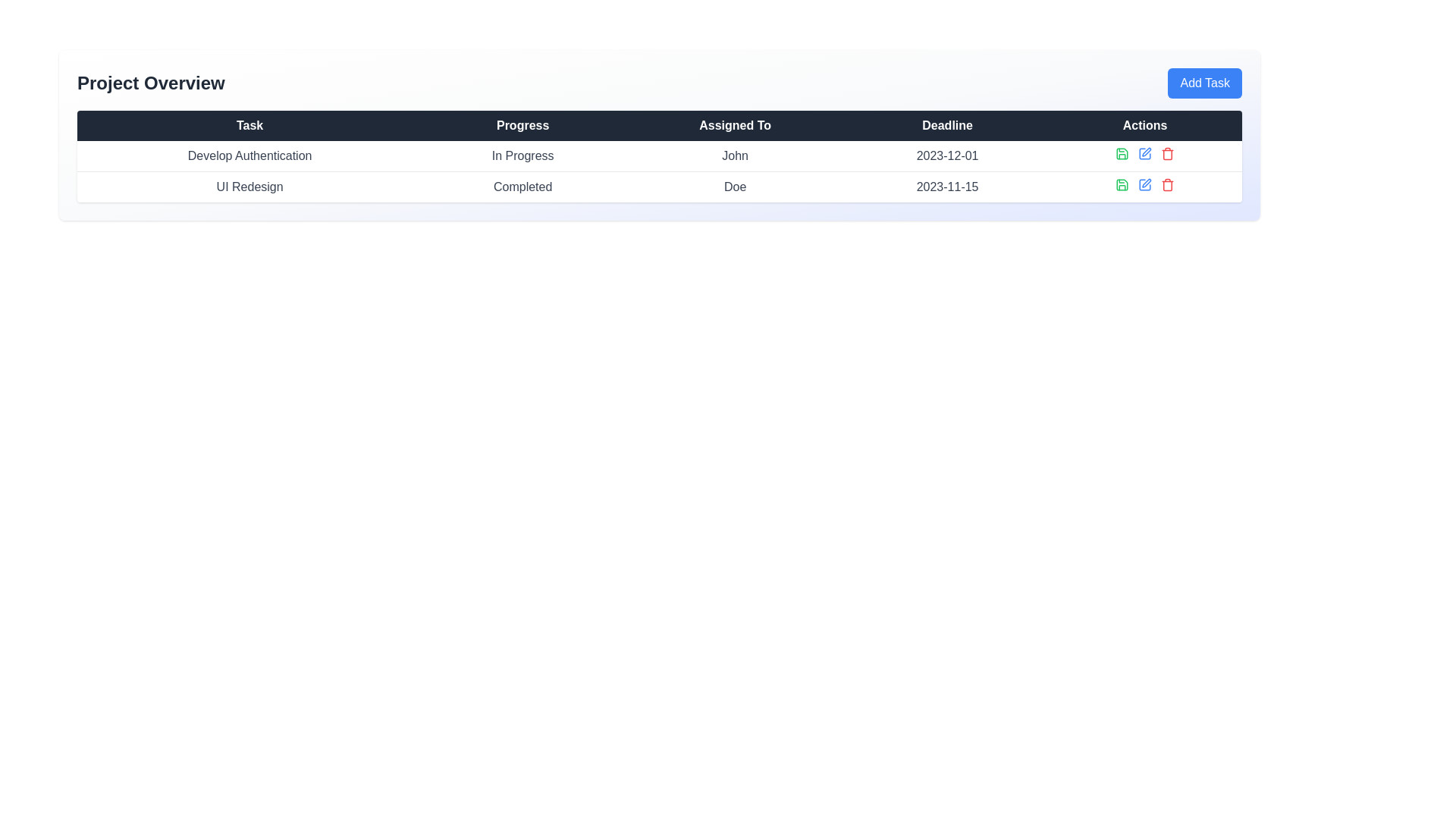  I want to click on the green save icon button located in the 'Actions' column of the first row in the table to change its color, so click(1122, 154).